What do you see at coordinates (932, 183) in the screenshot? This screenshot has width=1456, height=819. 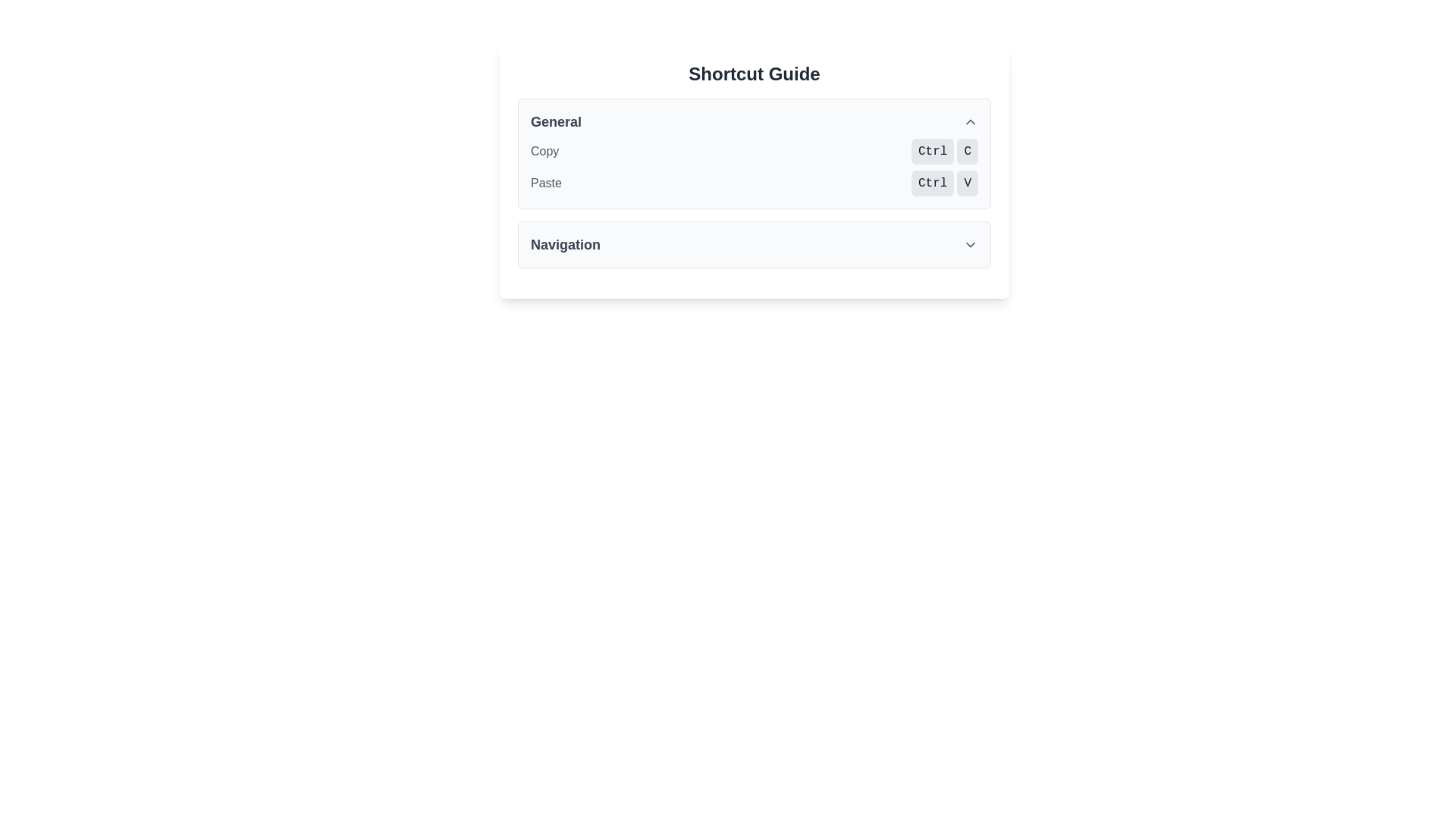 I see `the 'Ctrl' button located in the 'General' section of the 'Shortcut Guide' interface, which has a light gray background and dark text, and is positioned to the left of the 'V' button` at bounding box center [932, 183].